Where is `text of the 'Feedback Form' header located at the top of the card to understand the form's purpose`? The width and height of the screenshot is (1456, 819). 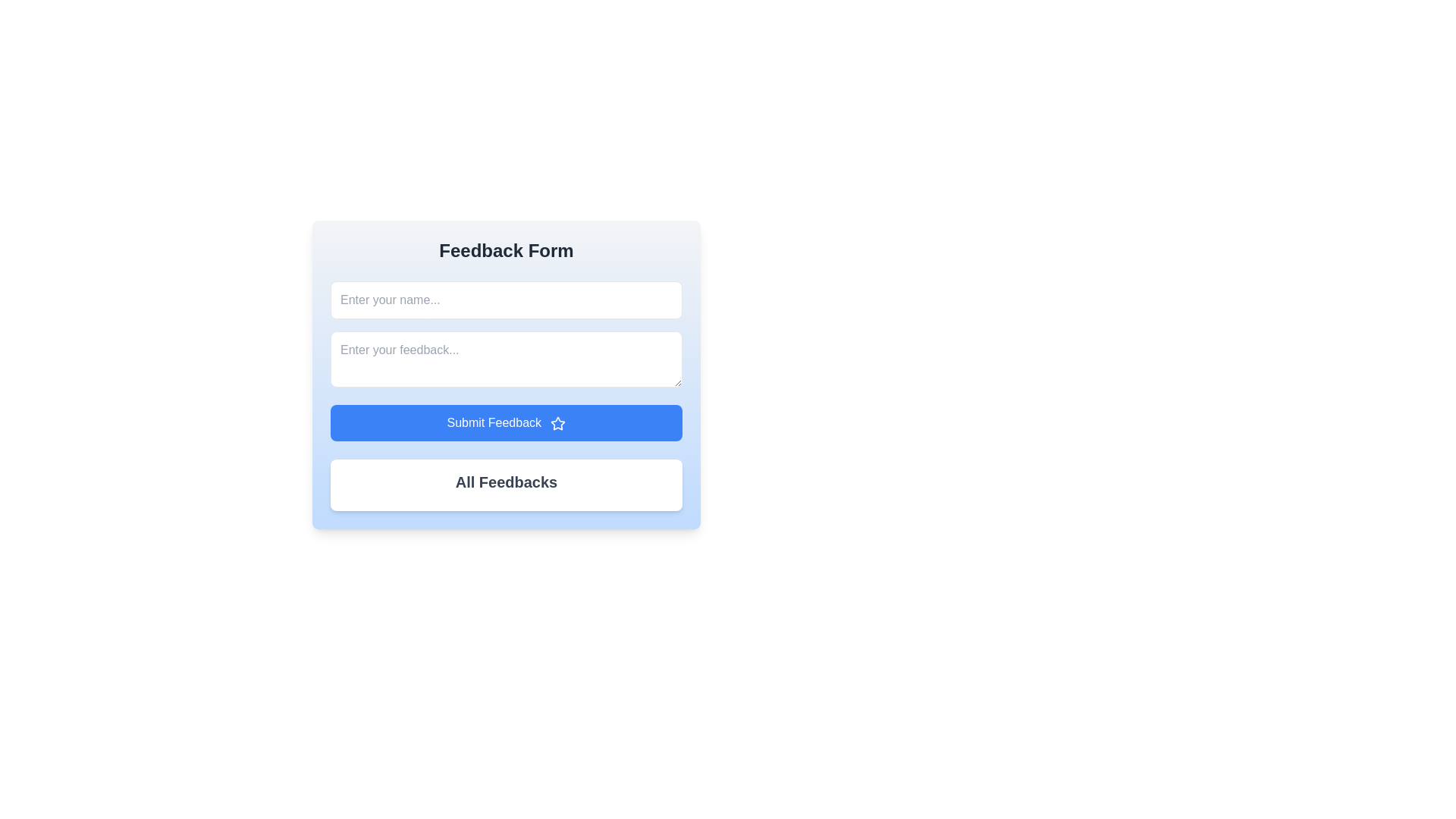 text of the 'Feedback Form' header located at the top of the card to understand the form's purpose is located at coordinates (506, 250).